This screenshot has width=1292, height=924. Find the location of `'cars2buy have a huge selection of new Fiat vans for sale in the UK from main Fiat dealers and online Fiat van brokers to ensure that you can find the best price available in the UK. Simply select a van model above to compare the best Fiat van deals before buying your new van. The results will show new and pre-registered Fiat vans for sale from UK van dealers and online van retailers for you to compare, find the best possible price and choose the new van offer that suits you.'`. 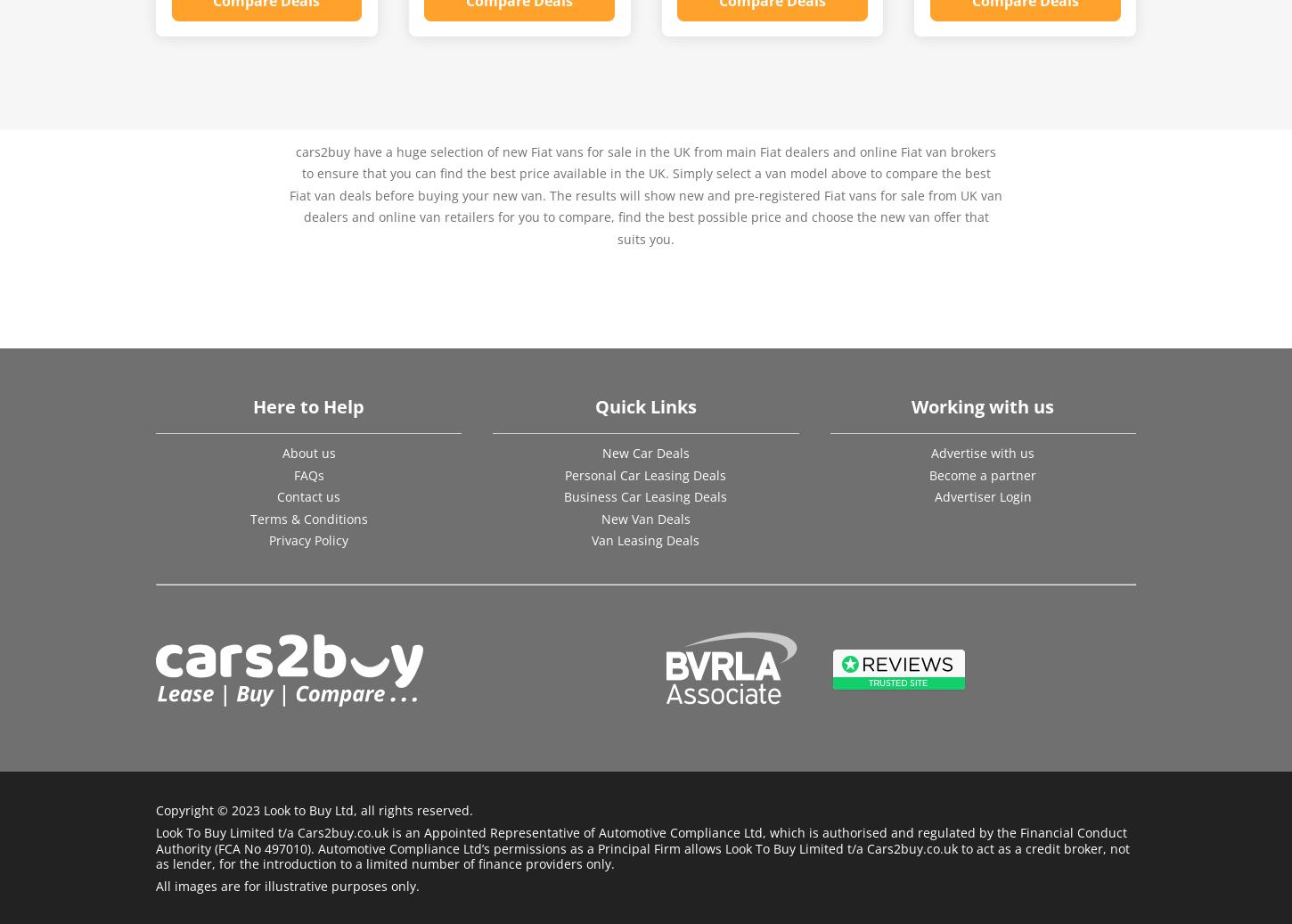

'cars2buy have a huge selection of new Fiat vans for sale in the UK from main Fiat dealers and online Fiat van brokers to ensure that you can find the best price available in the UK. Simply select a van model above to compare the best Fiat van deals before buying your new van. The results will show new and pre-registered Fiat vans for sale from UK van dealers and online van retailers for you to compare, find the best possible price and choose the new van offer that suits you.' is located at coordinates (646, 193).